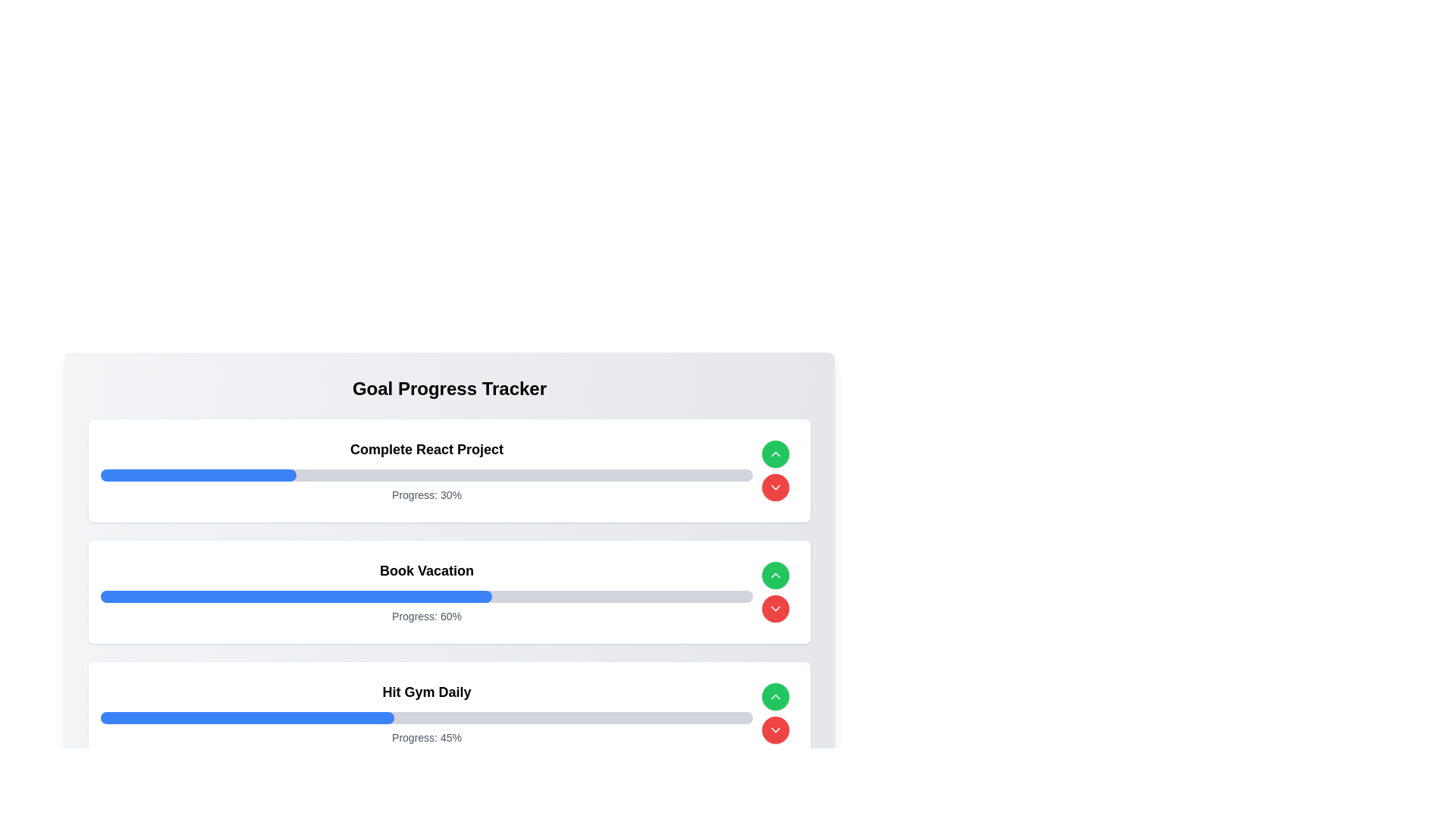 This screenshot has height=819, width=1456. I want to click on the small circular green button with a chevron-up icon, so click(775, 576).